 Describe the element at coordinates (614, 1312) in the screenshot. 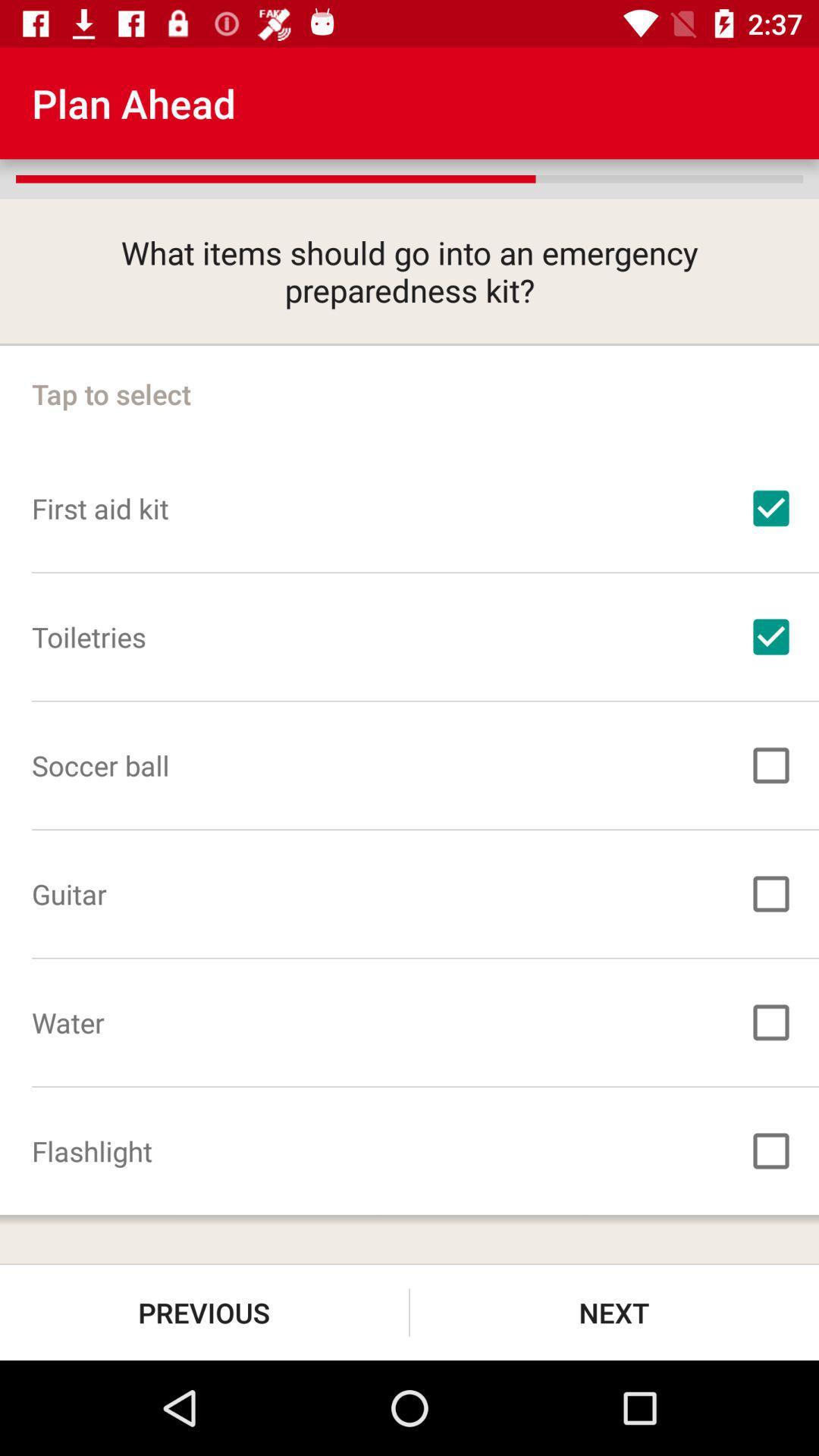

I see `next item` at that location.